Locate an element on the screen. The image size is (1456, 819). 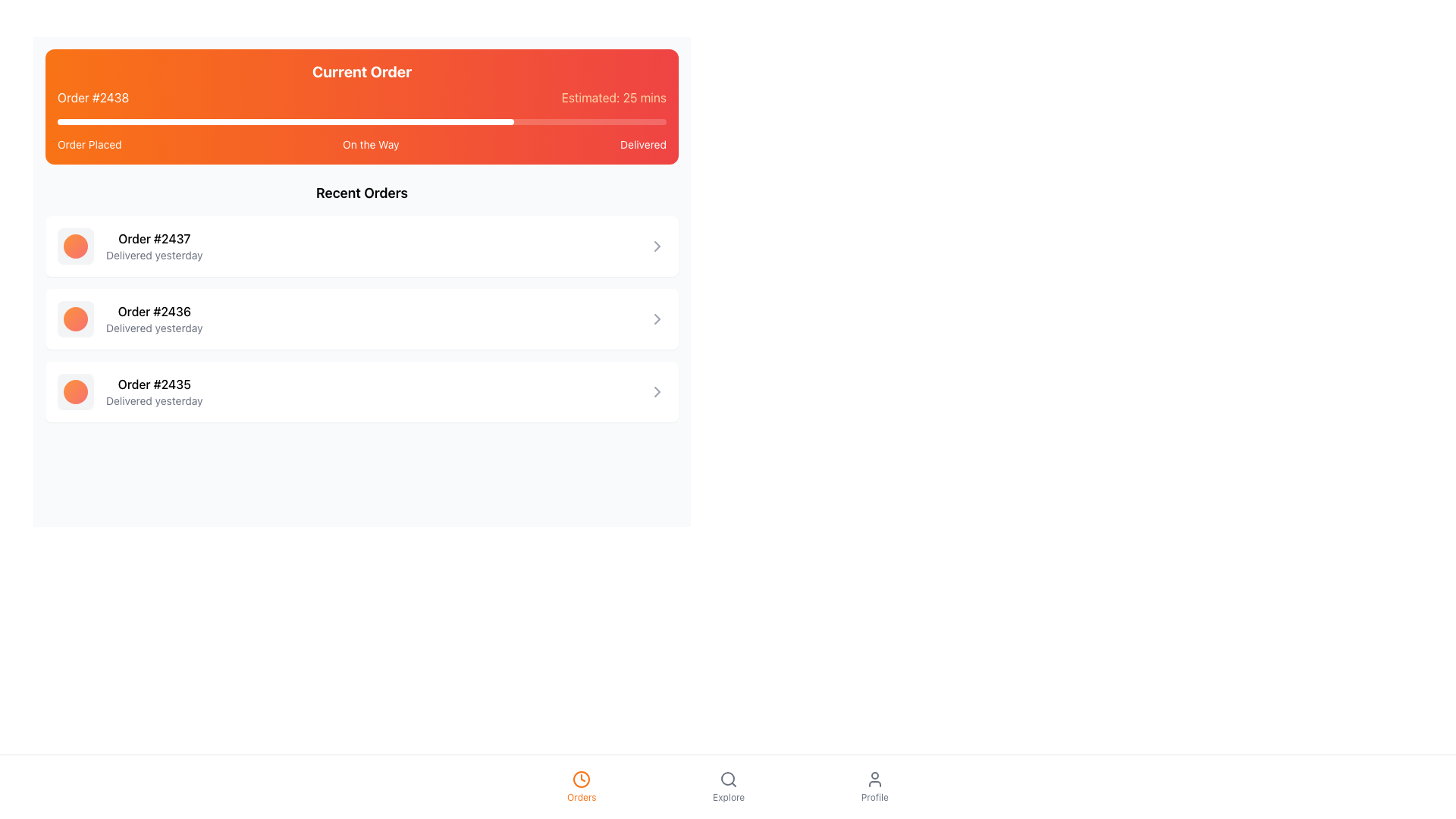
the circular gradient decorative element with orange to red coloration, located to the left of 'Order #2436 Delivered yesterday' is located at coordinates (75, 318).